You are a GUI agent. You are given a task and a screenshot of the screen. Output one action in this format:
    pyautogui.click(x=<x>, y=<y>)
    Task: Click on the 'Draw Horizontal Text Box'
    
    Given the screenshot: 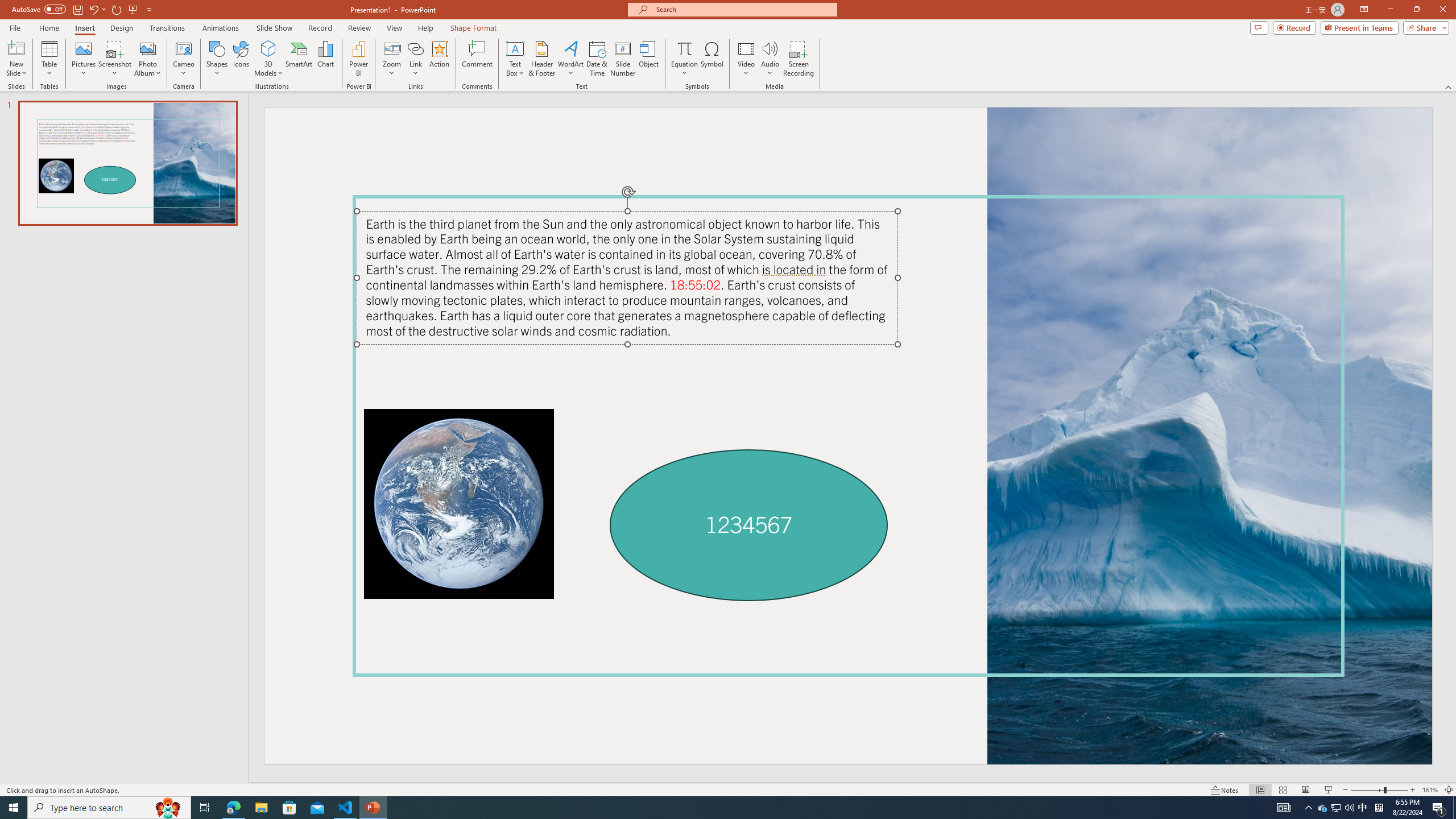 What is the action you would take?
    pyautogui.click(x=515, y=48)
    